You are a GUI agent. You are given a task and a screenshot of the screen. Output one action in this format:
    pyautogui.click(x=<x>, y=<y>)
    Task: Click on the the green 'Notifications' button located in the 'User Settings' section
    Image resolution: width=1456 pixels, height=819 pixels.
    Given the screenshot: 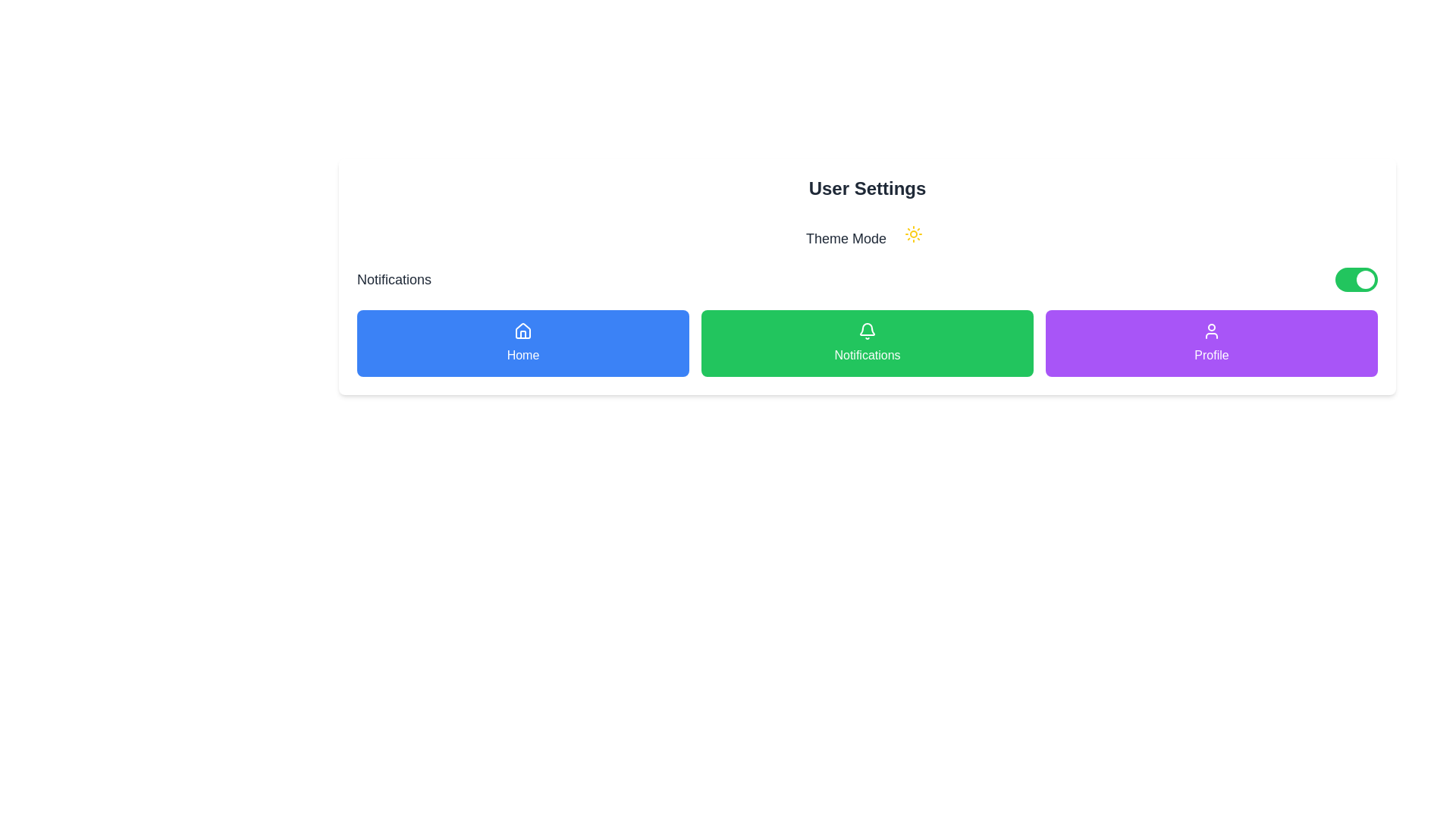 What is the action you would take?
    pyautogui.click(x=867, y=343)
    